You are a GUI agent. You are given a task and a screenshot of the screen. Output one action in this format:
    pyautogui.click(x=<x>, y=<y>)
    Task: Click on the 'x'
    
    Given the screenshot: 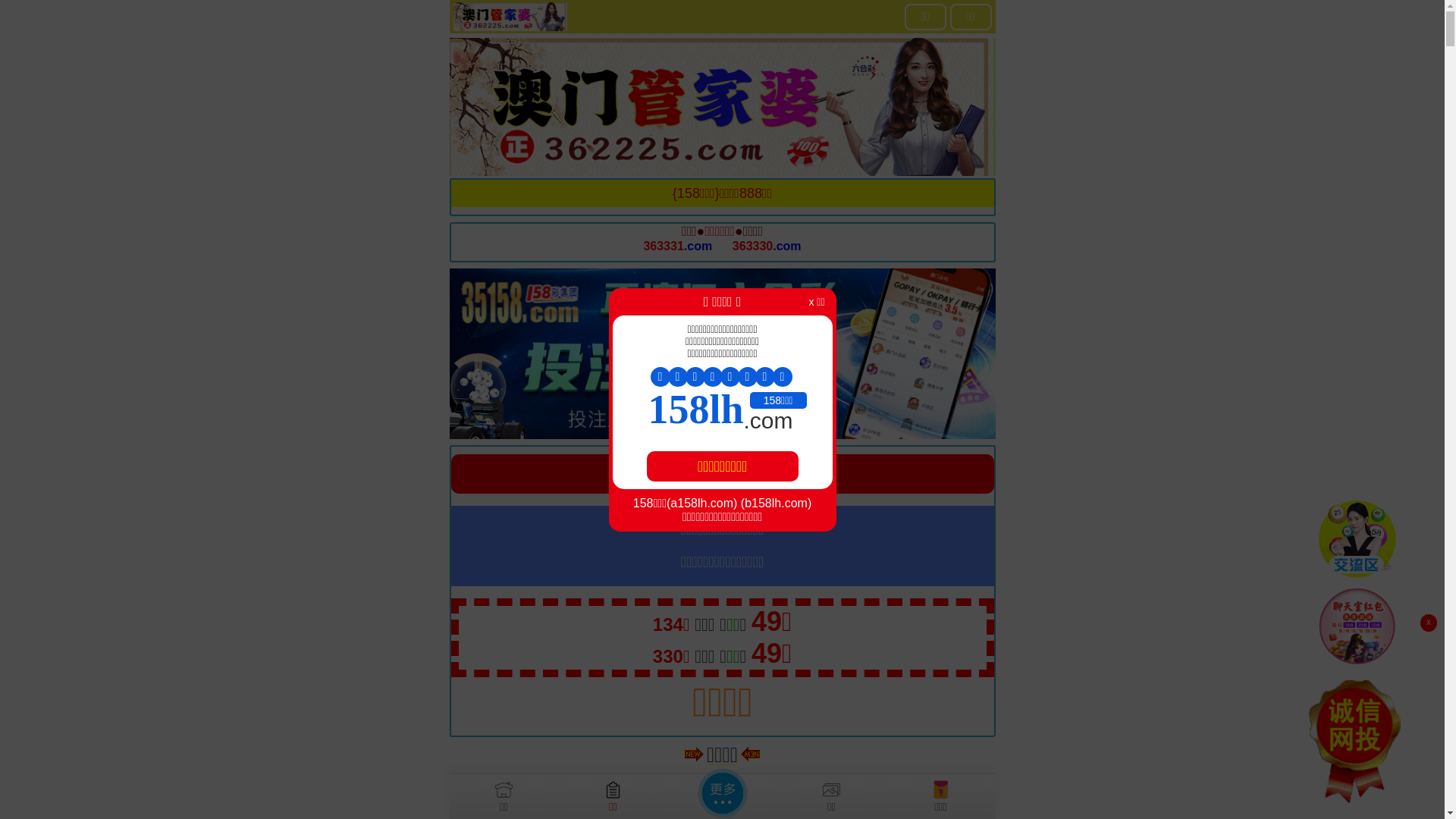 What is the action you would take?
    pyautogui.click(x=1427, y=623)
    